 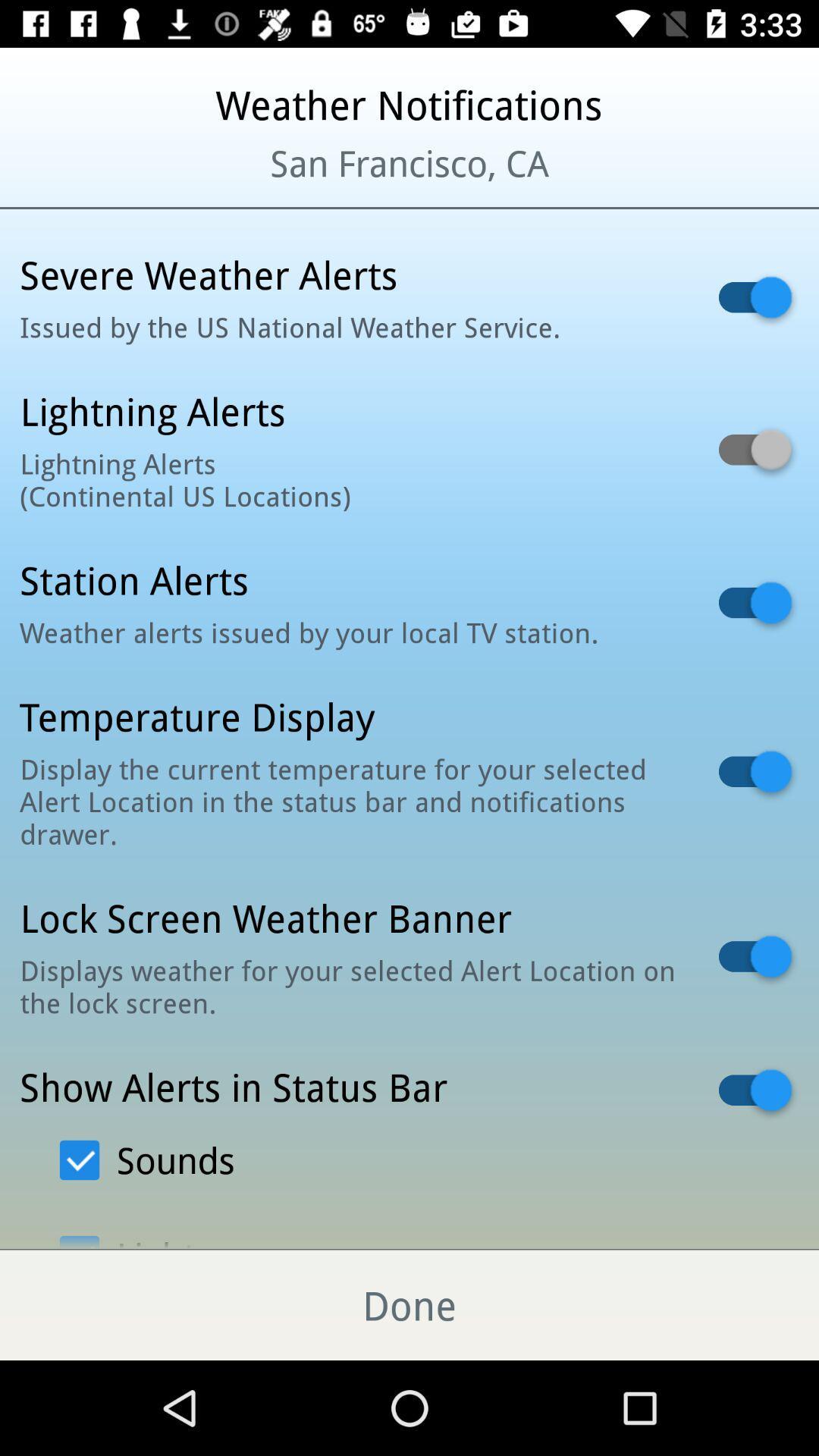 I want to click on displays weather for icon, so click(x=350, y=986).